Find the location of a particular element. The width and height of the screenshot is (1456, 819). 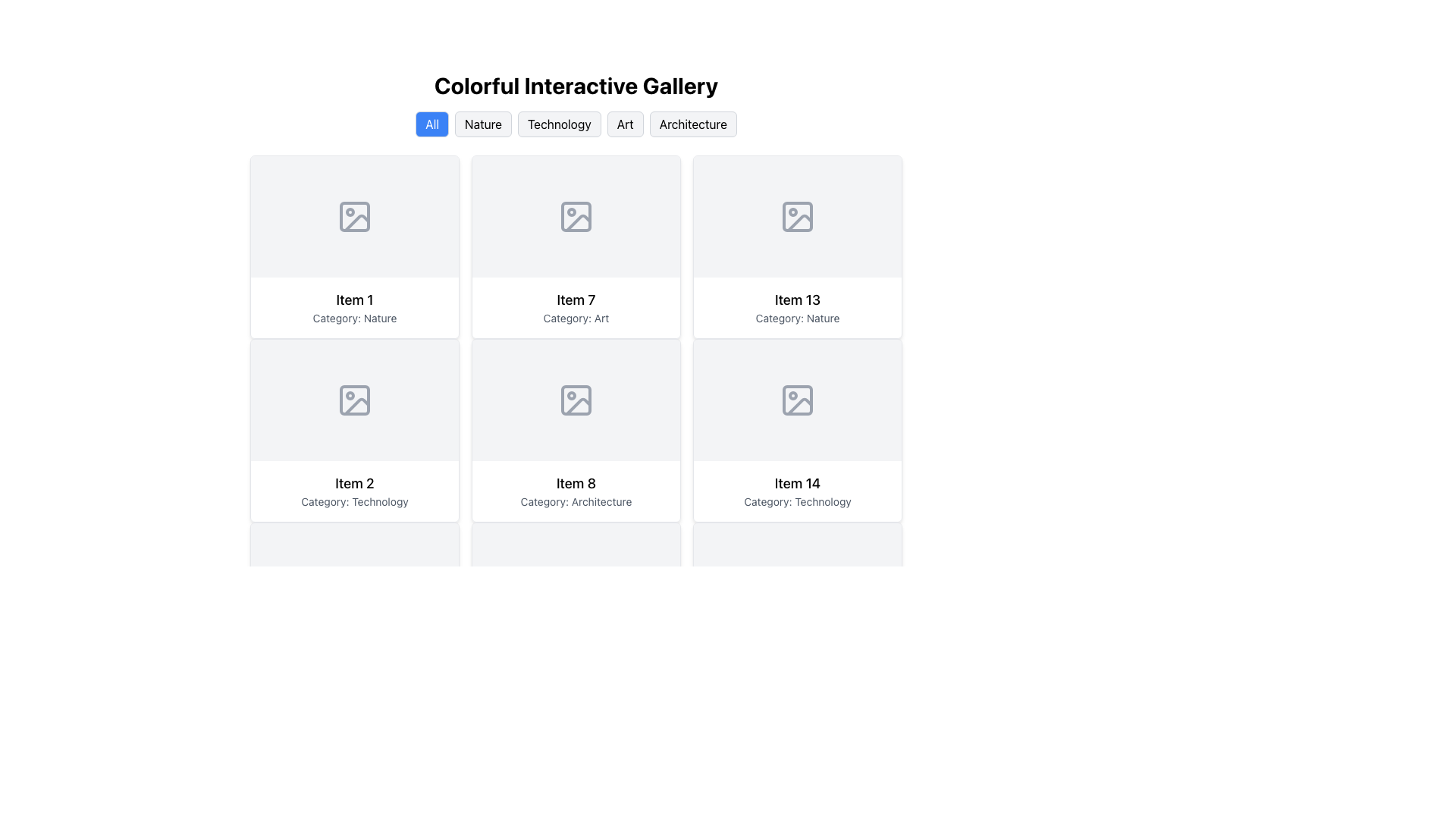

the interactive icons within the semi-transparent overlay that is positioned over the 'Item 7' card in the gallery is located at coordinates (575, 246).